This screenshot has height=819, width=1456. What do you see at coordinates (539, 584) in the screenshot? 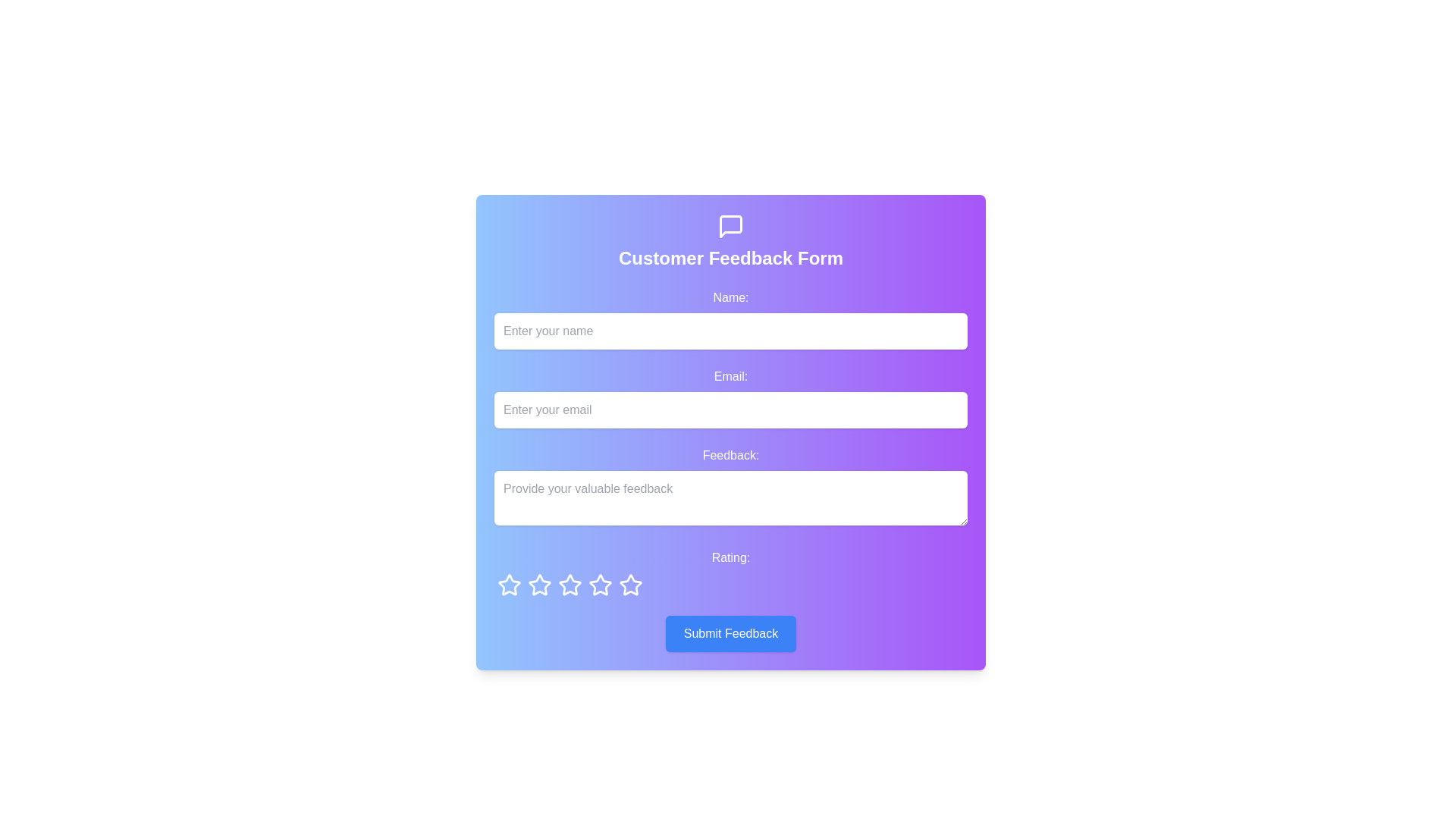
I see `the third star icon` at bounding box center [539, 584].